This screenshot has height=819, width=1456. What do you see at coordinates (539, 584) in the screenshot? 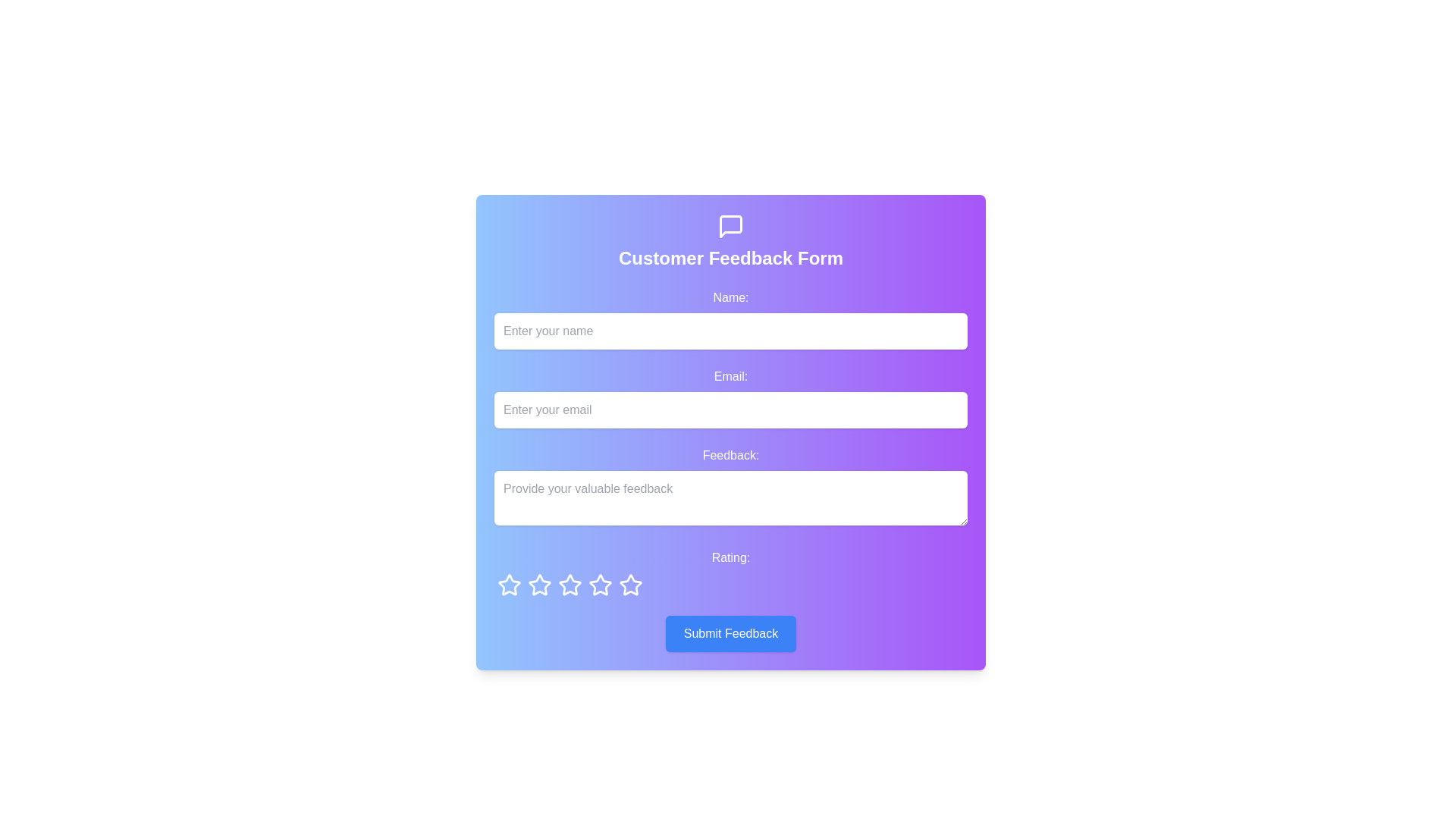
I see `the third star icon` at bounding box center [539, 584].